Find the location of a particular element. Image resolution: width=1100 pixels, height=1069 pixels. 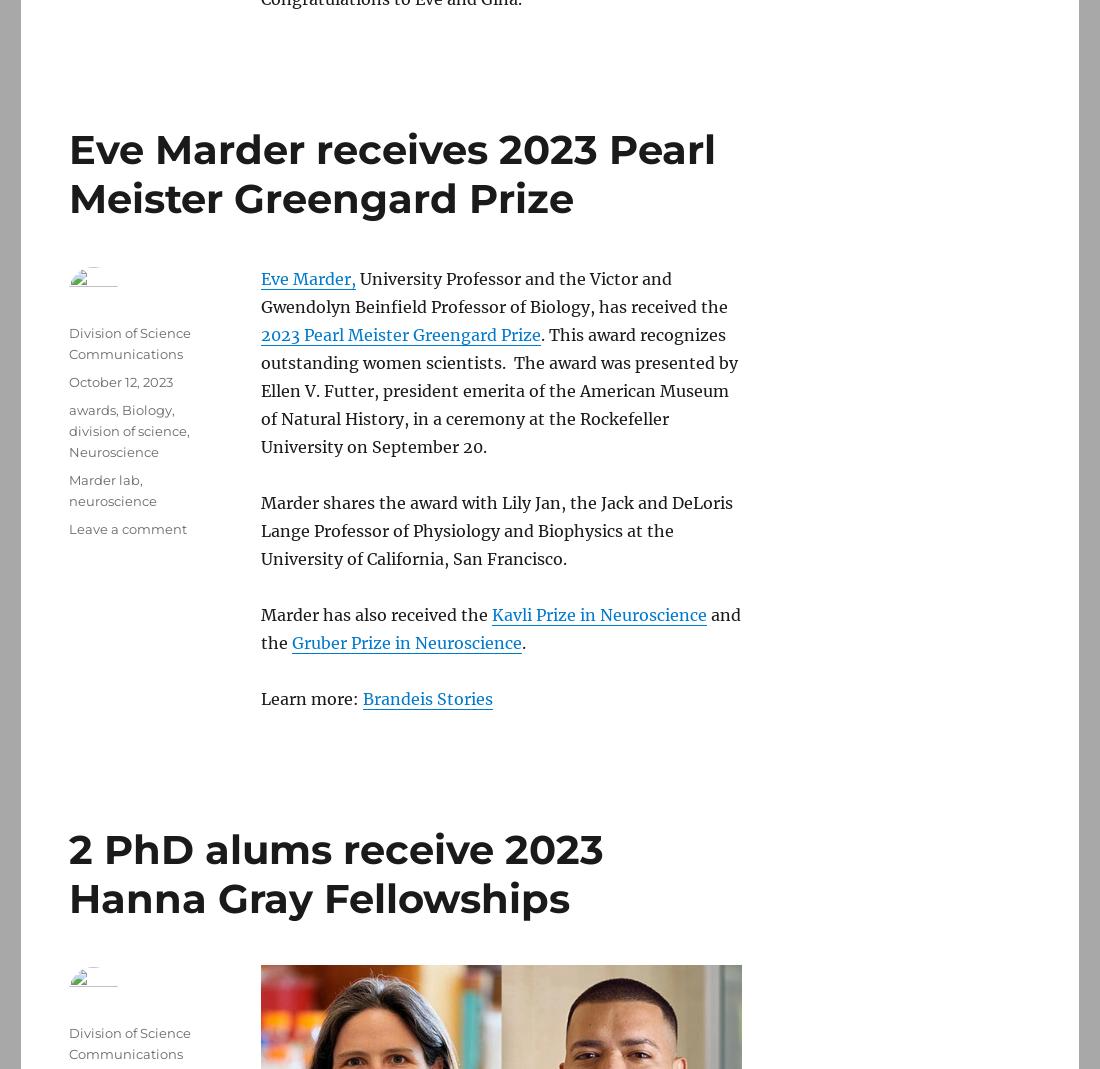

'Marder shares the award with Lily Jan, the Jack and DeLoris Lange Professor of Physiology and Biophysics at the University of California, San Francisco.' is located at coordinates (496, 529).